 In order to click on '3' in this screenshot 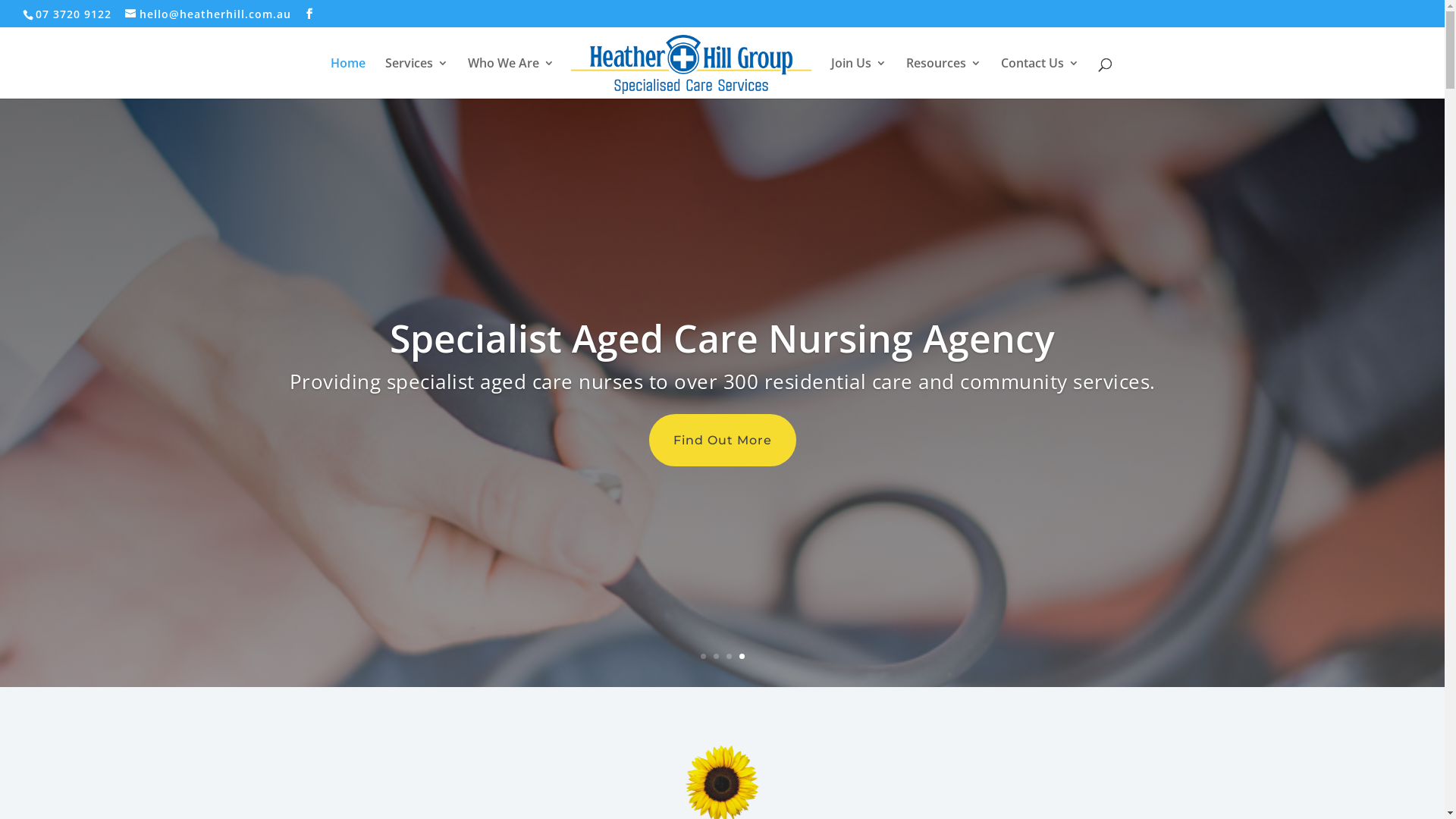, I will do `click(729, 655)`.